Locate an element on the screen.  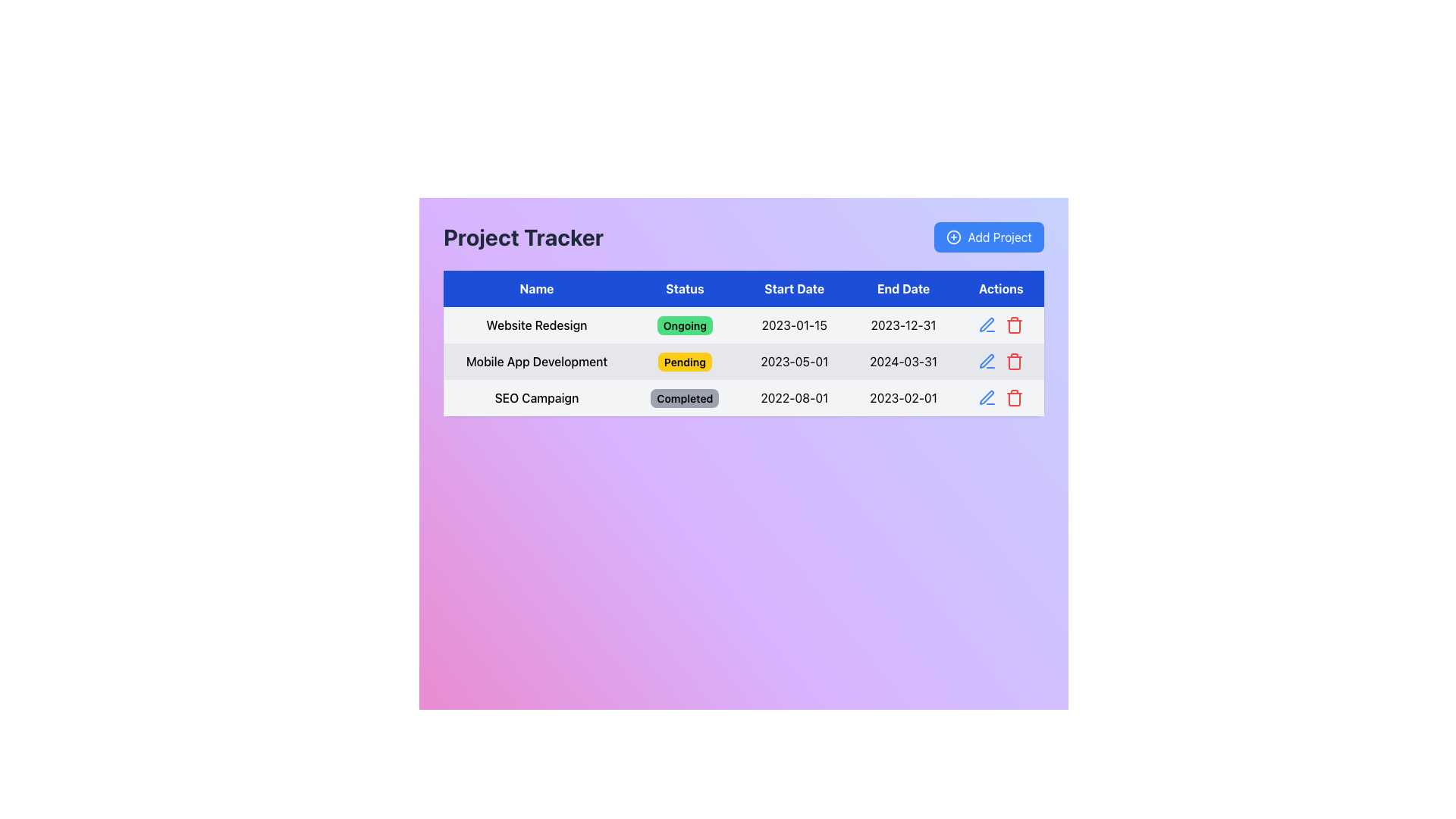
the edit icon button for the 'Mobile App Development' project in the first position of the 'Actions' column of the second data row to initiate editing is located at coordinates (987, 397).